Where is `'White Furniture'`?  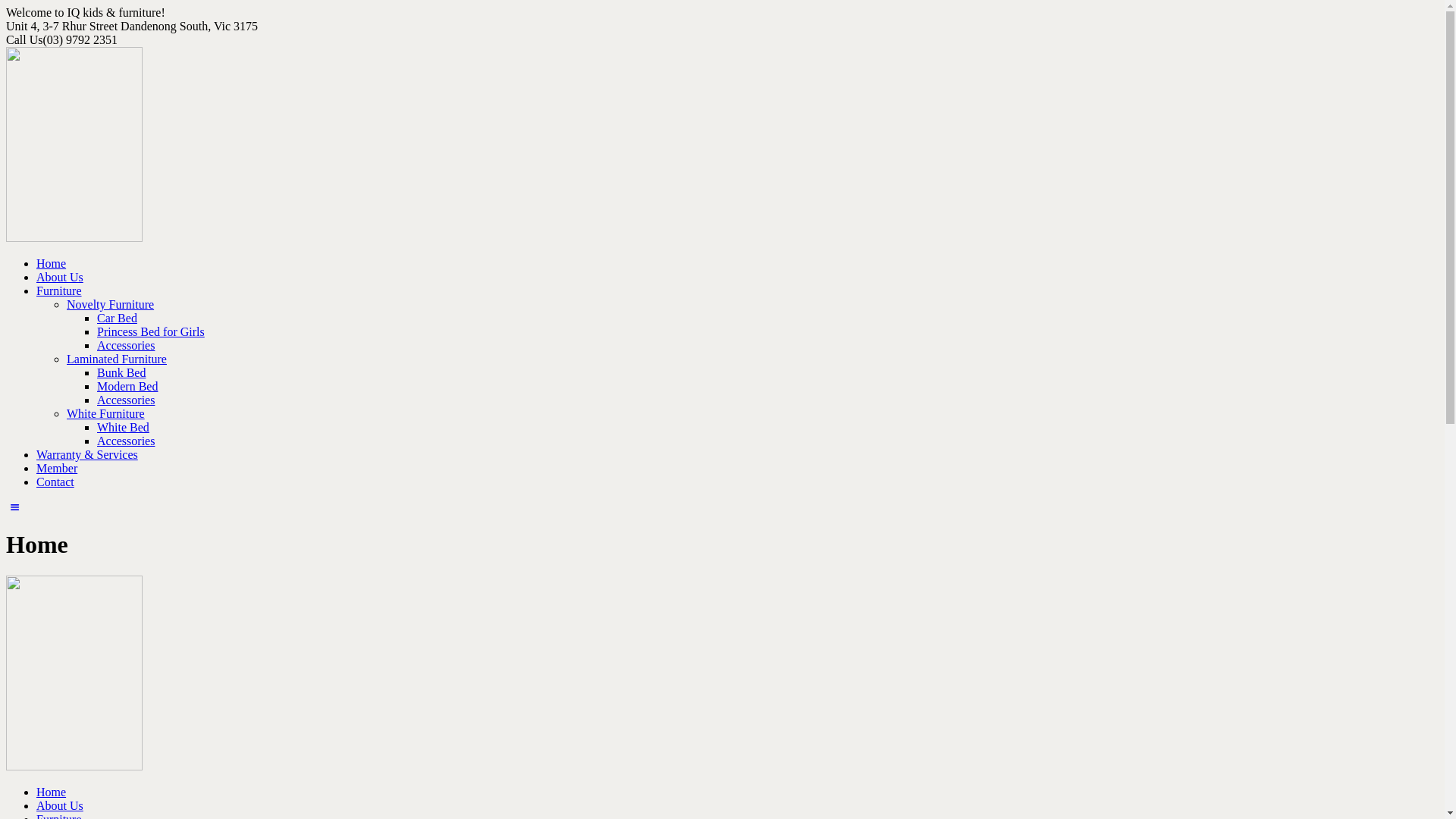 'White Furniture' is located at coordinates (105, 413).